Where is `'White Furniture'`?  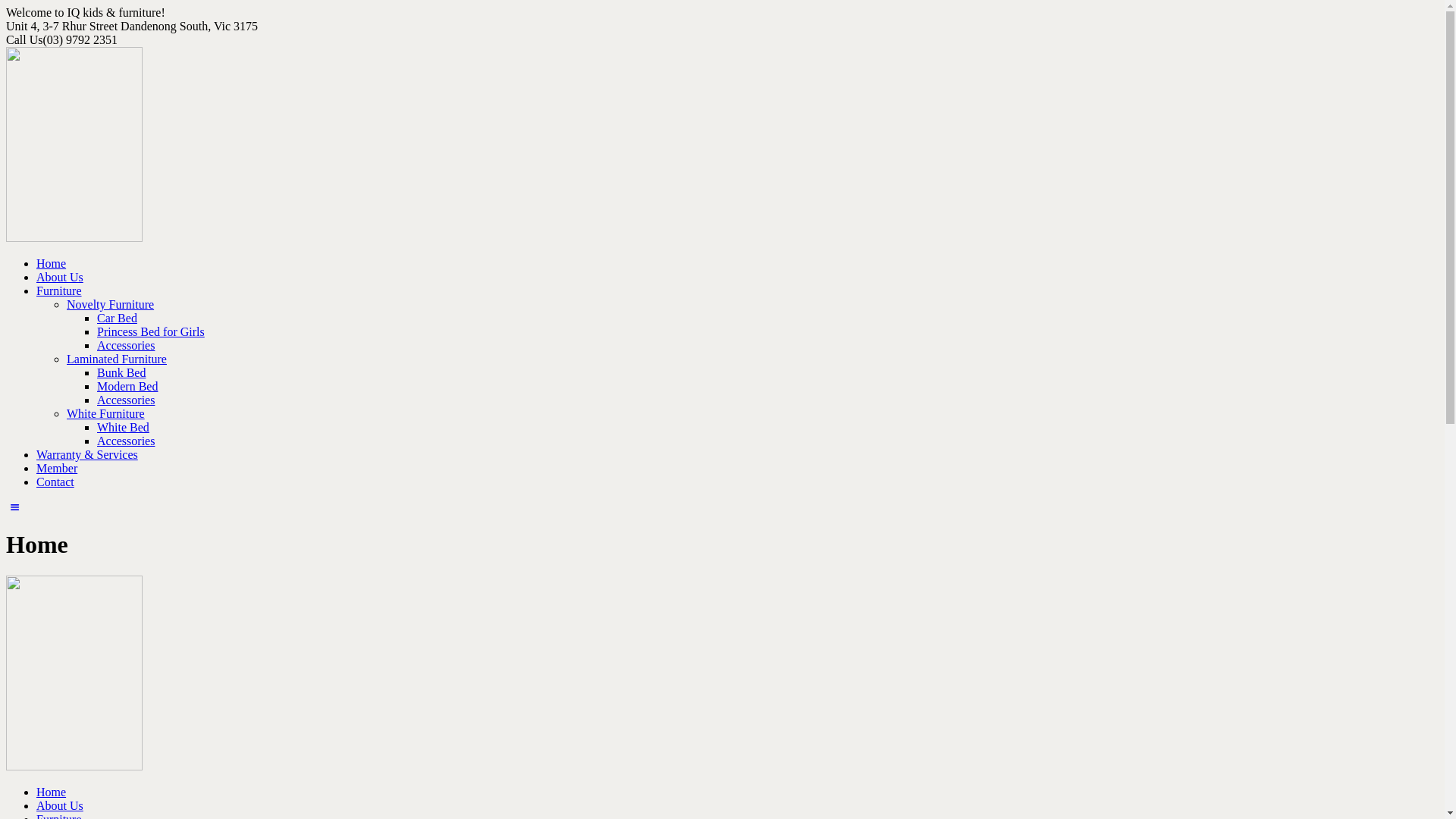 'White Furniture' is located at coordinates (105, 413).